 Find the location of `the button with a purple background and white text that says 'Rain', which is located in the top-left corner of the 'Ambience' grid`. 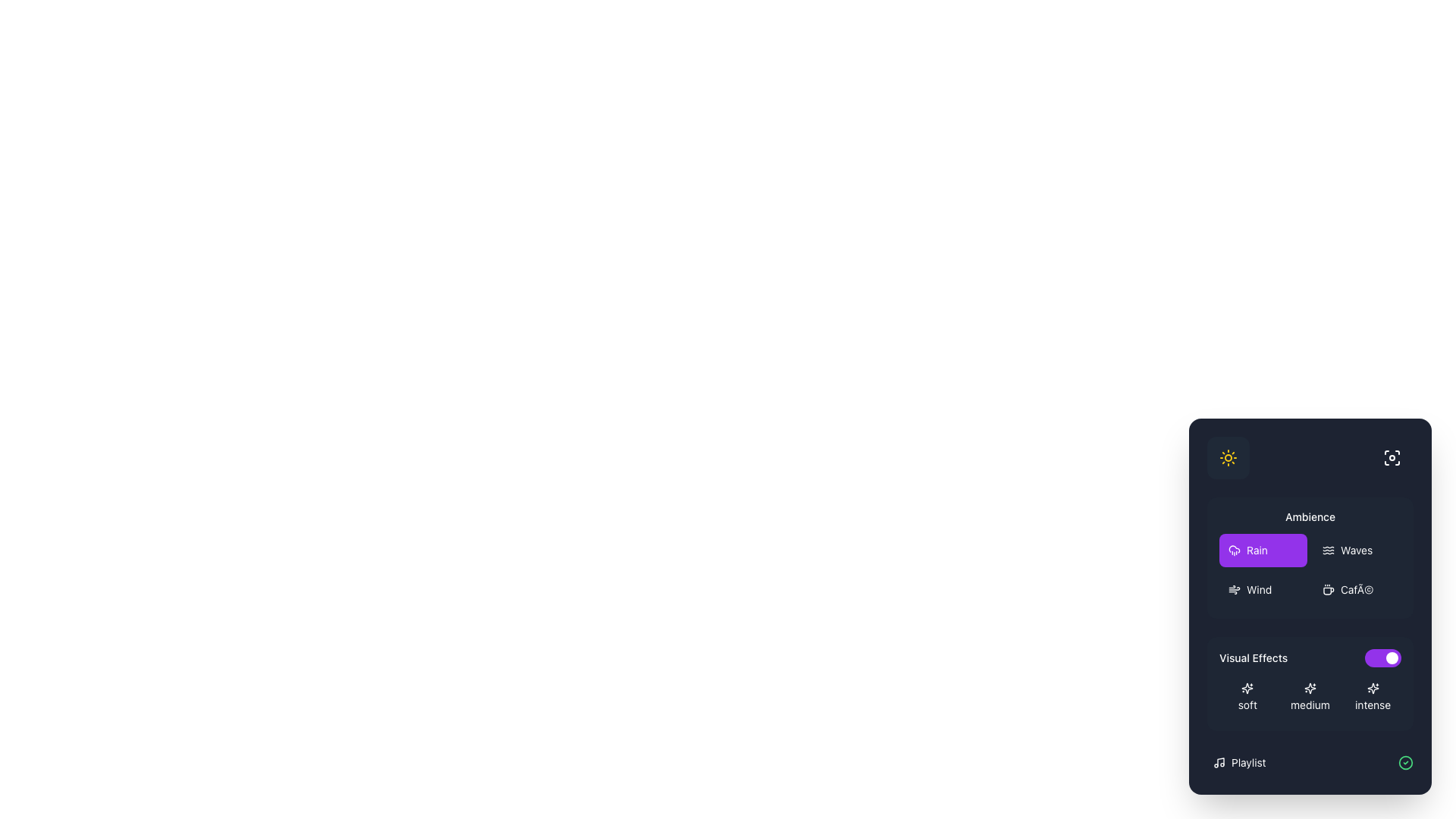

the button with a purple background and white text that says 'Rain', which is located in the top-left corner of the 'Ambience' grid is located at coordinates (1263, 550).